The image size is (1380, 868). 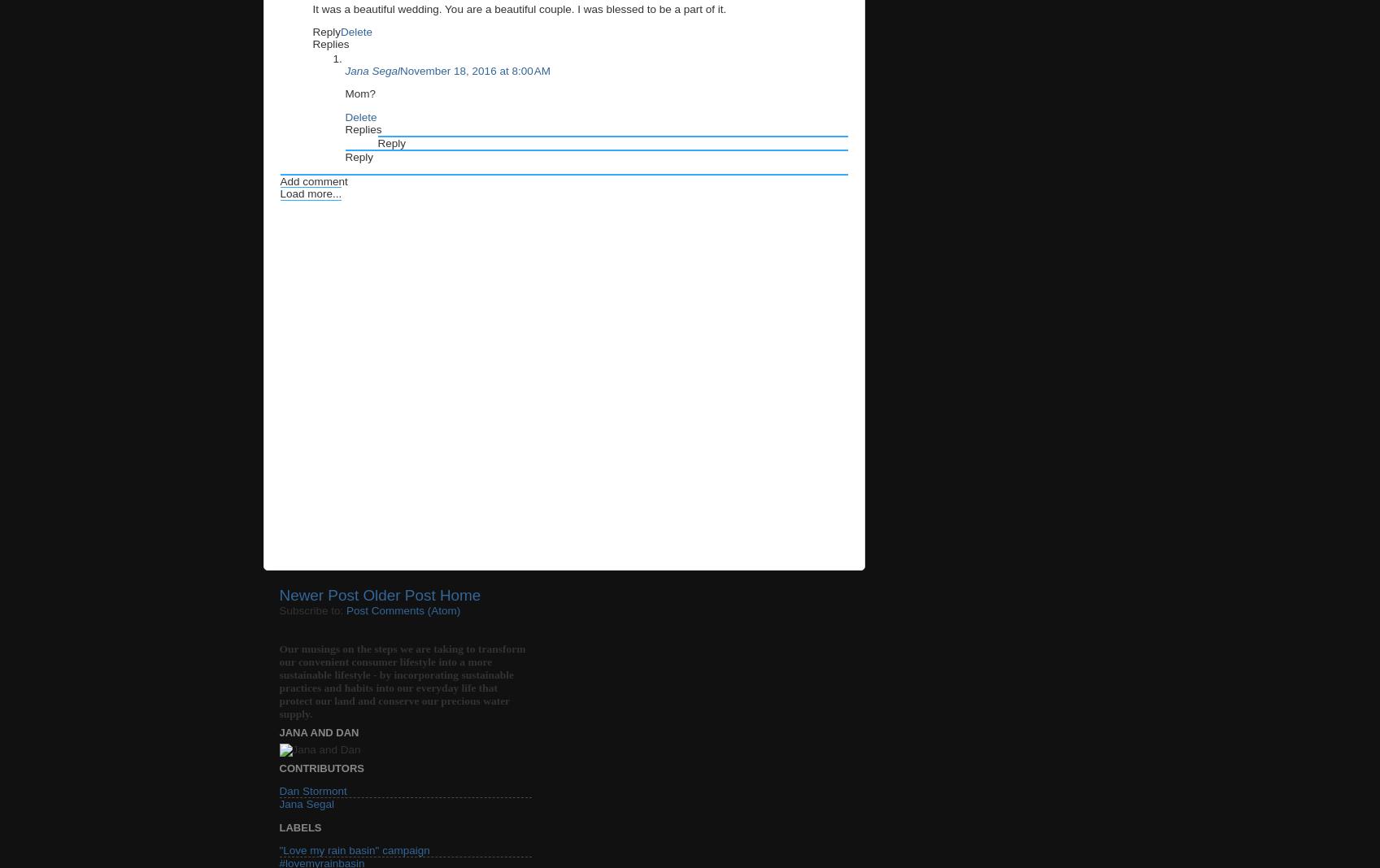 What do you see at coordinates (438, 595) in the screenshot?
I see `'Home'` at bounding box center [438, 595].